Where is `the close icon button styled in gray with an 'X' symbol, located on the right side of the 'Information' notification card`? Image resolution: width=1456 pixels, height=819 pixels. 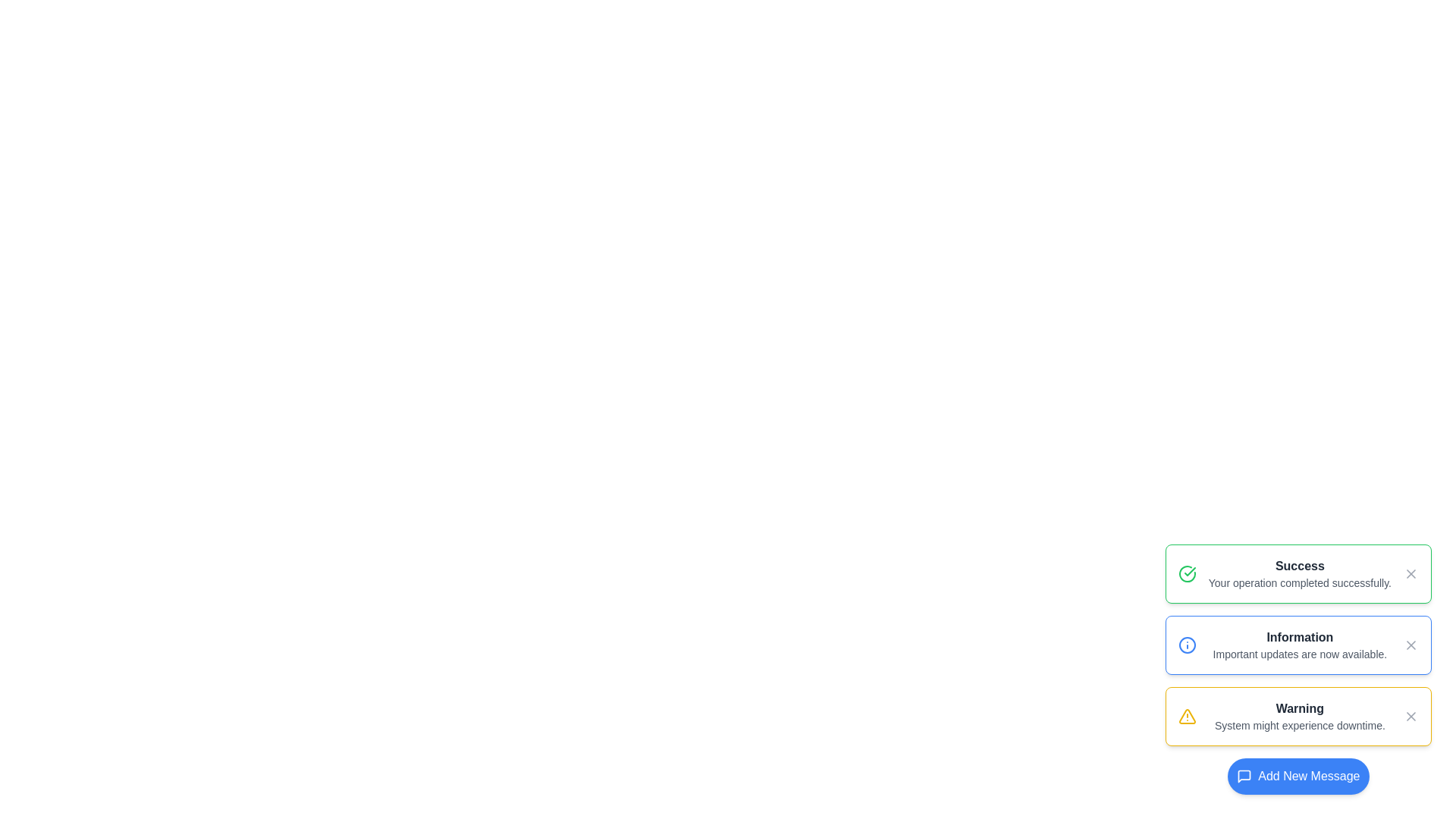 the close icon button styled in gray with an 'X' symbol, located on the right side of the 'Information' notification card is located at coordinates (1410, 645).